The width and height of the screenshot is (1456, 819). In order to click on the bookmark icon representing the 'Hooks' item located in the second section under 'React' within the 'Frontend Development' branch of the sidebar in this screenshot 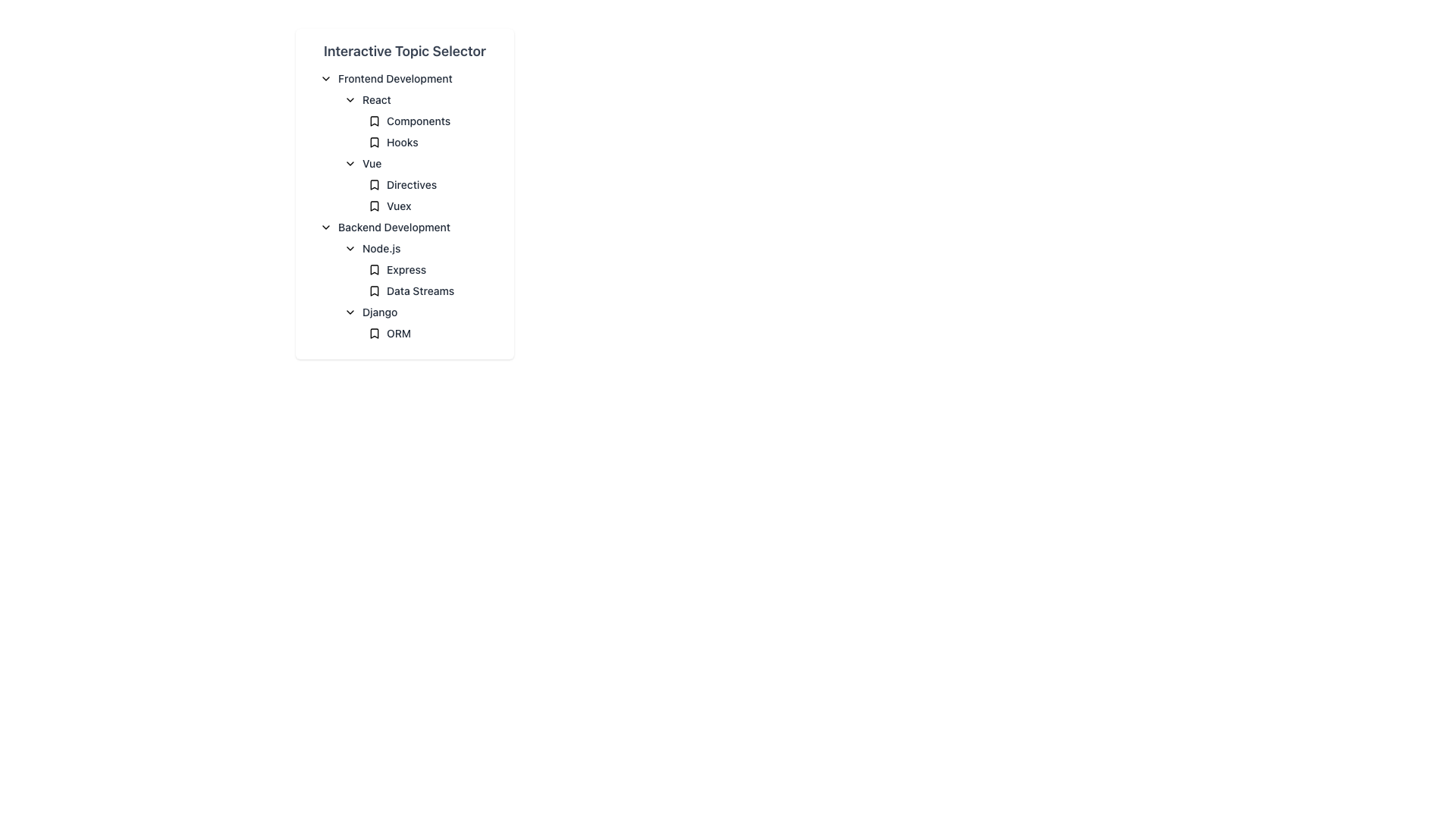, I will do `click(375, 143)`.